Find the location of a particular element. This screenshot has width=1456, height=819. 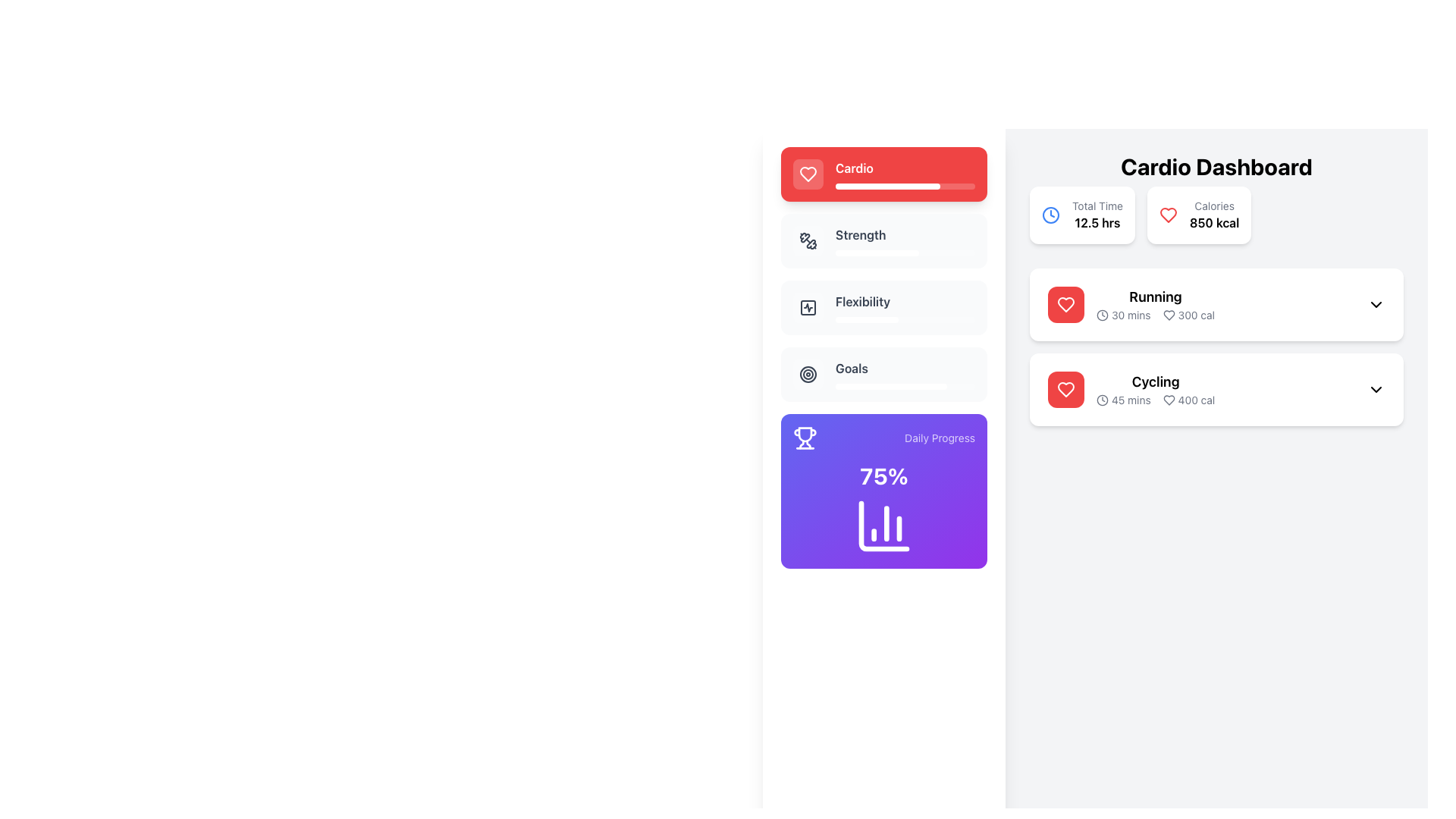

value displayed in the Text Display Element that shows '75%' in a bold, extra-large font on a gradient background within the 'Daily Progress' section is located at coordinates (884, 475).